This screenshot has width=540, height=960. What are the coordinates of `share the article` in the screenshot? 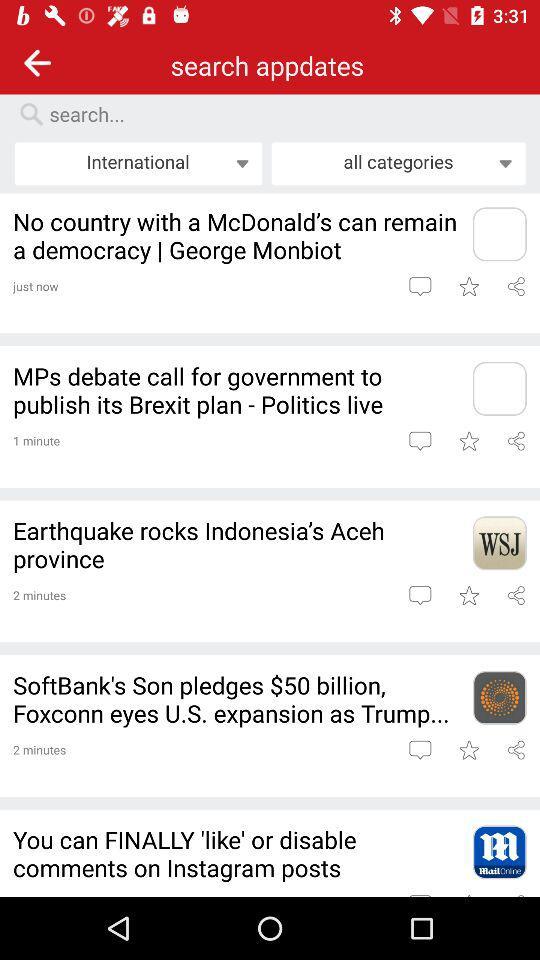 It's located at (516, 595).